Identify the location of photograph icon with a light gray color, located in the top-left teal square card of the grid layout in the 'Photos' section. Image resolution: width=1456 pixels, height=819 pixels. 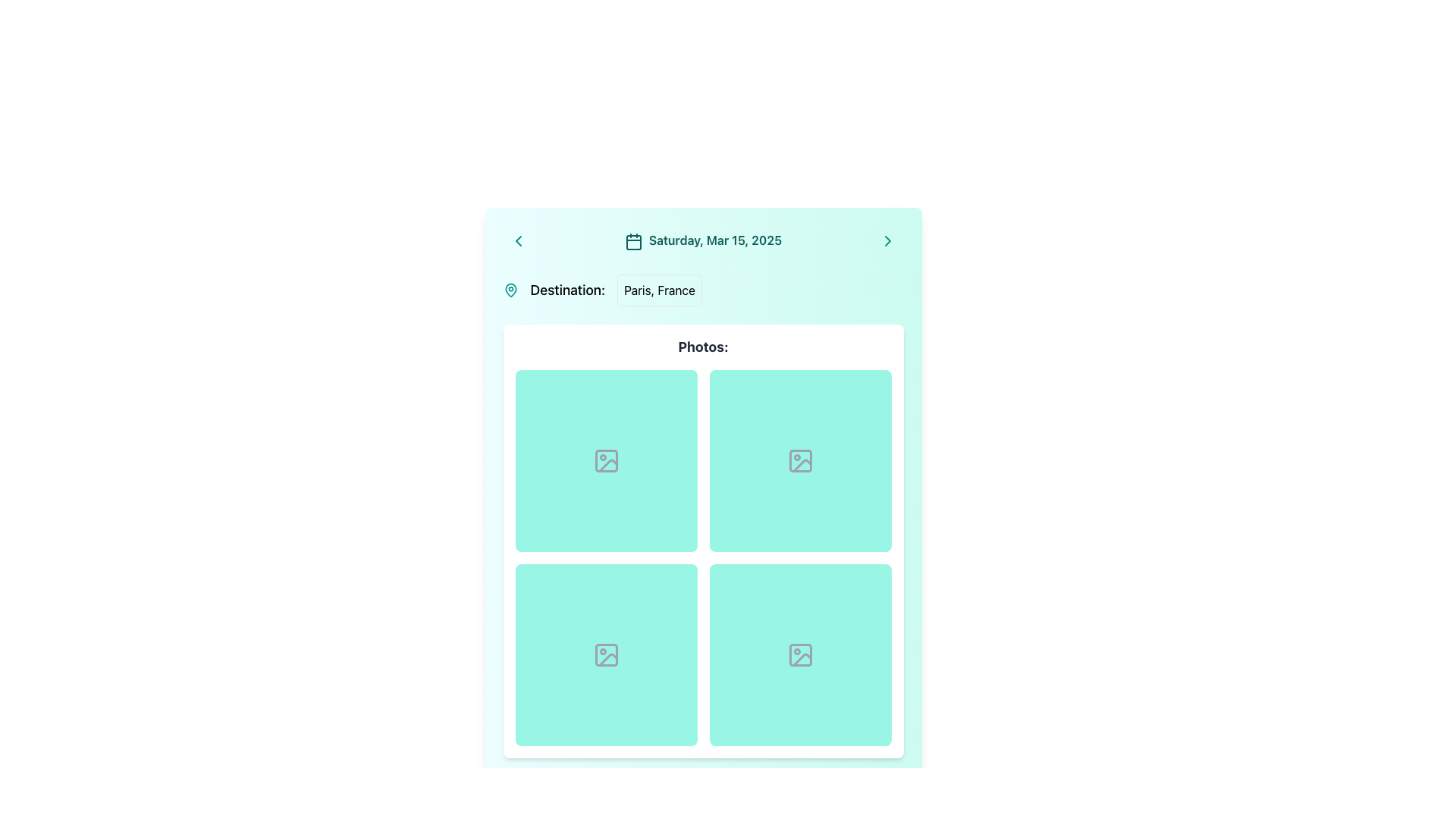
(605, 460).